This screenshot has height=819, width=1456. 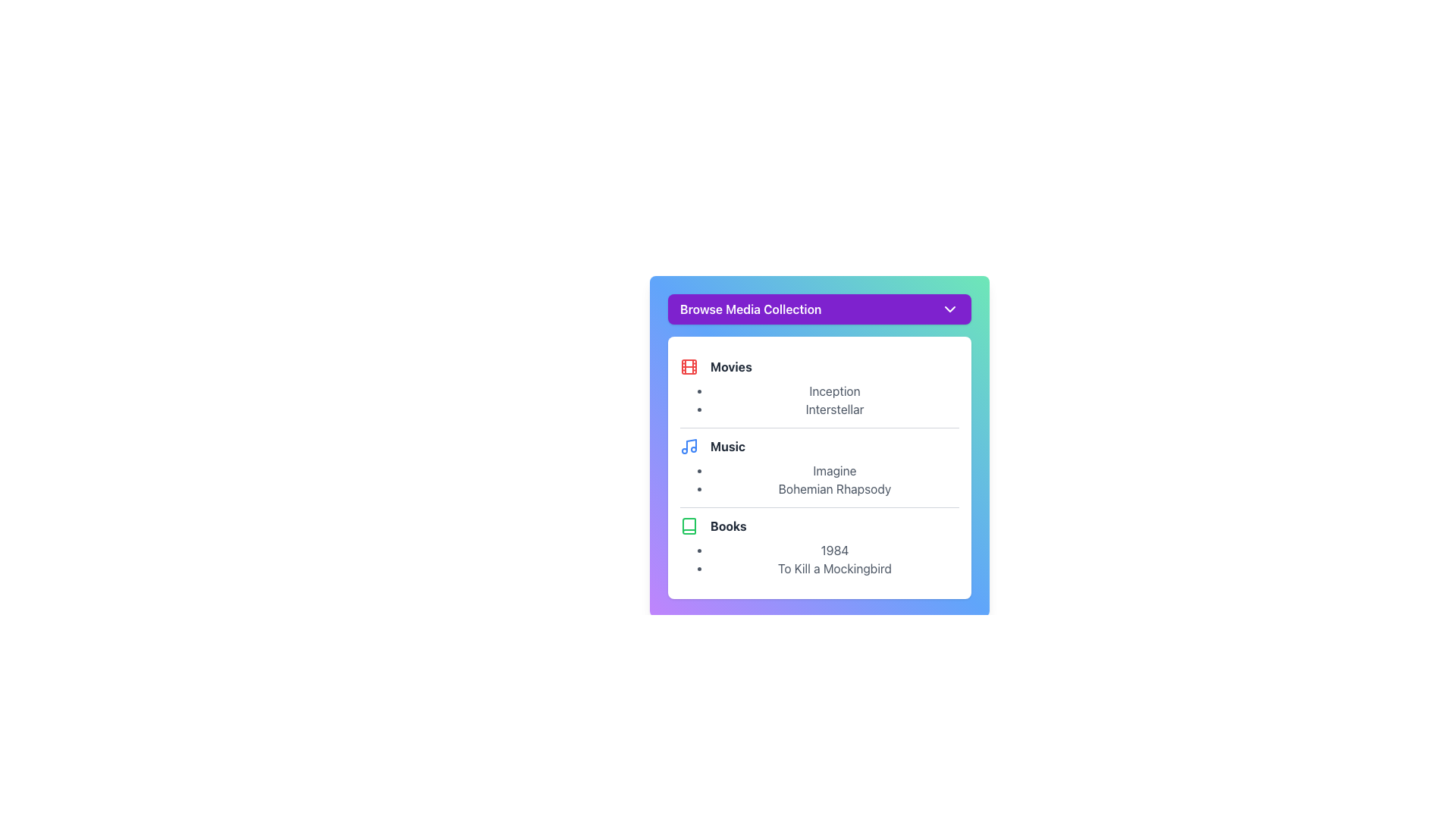 What do you see at coordinates (833, 391) in the screenshot?
I see `the static text element reading 'Inception' in gray, which is the first item in the bulleted list under the 'Movies' section of the card-like UI panel` at bounding box center [833, 391].